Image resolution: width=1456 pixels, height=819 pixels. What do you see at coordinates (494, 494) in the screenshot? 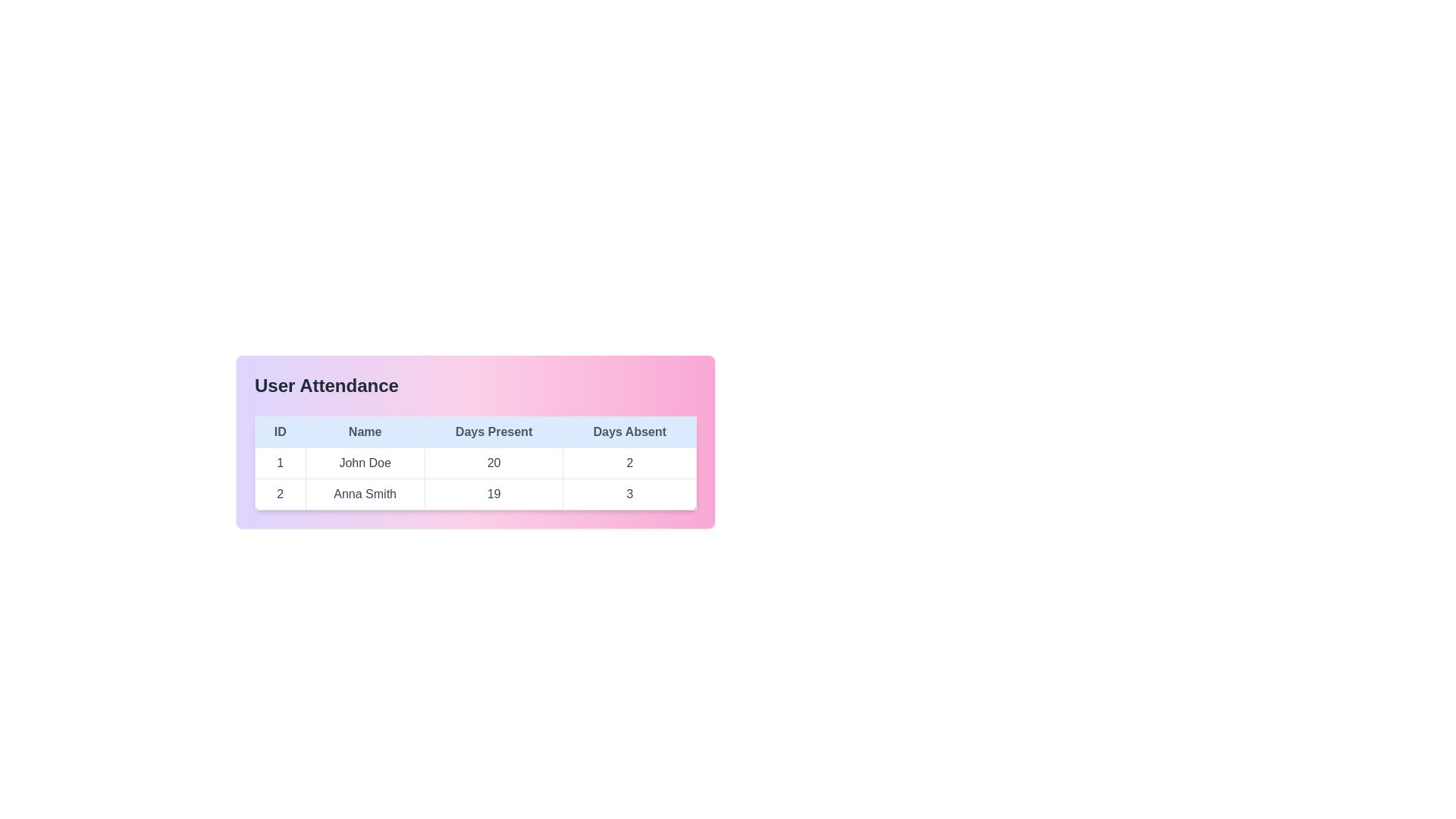
I see `the table cell that displays the numeric value for 'Days Present' in the second row, third cell, located under the 'Days Present' column header` at bounding box center [494, 494].